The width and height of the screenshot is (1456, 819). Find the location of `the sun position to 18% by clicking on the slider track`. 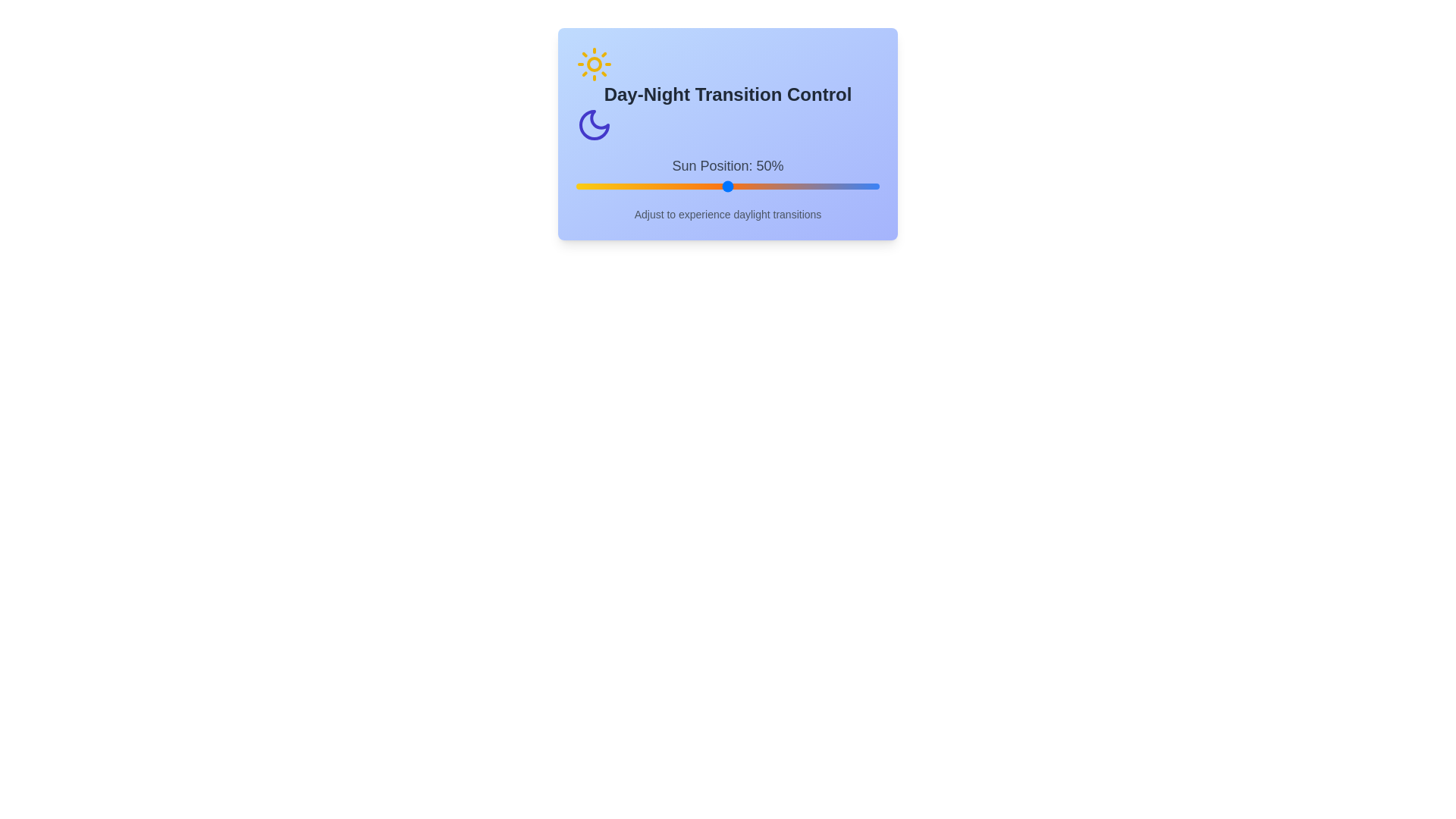

the sun position to 18% by clicking on the slider track is located at coordinates (630, 186).